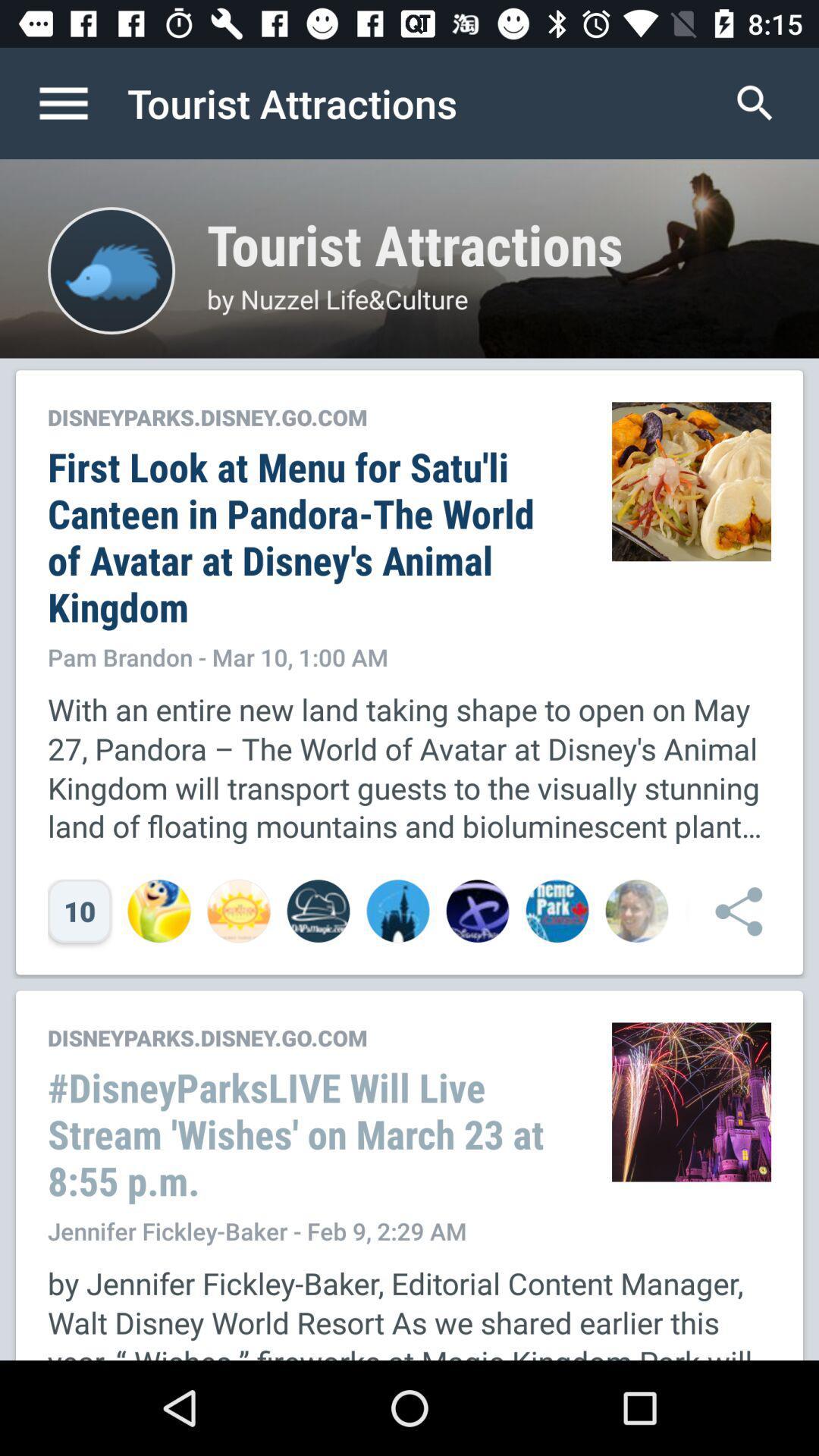 This screenshot has height=1456, width=819. I want to click on icon to the left of tourist attractions item, so click(79, 102).